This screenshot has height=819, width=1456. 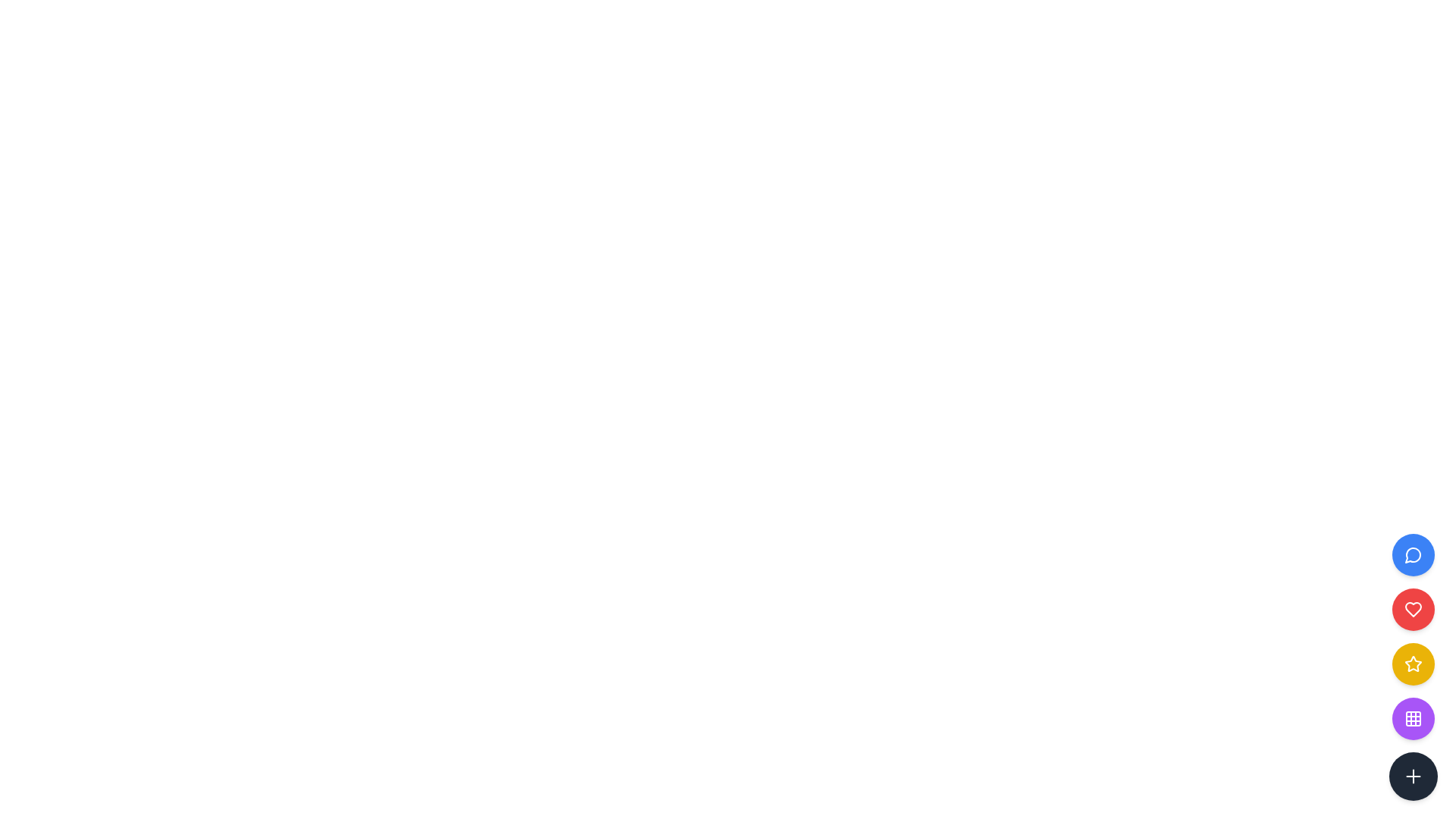 I want to click on the blue speech-bubble shaped icon located at the top of the vertical row of circular icons on the far right of the interface, so click(x=1412, y=555).